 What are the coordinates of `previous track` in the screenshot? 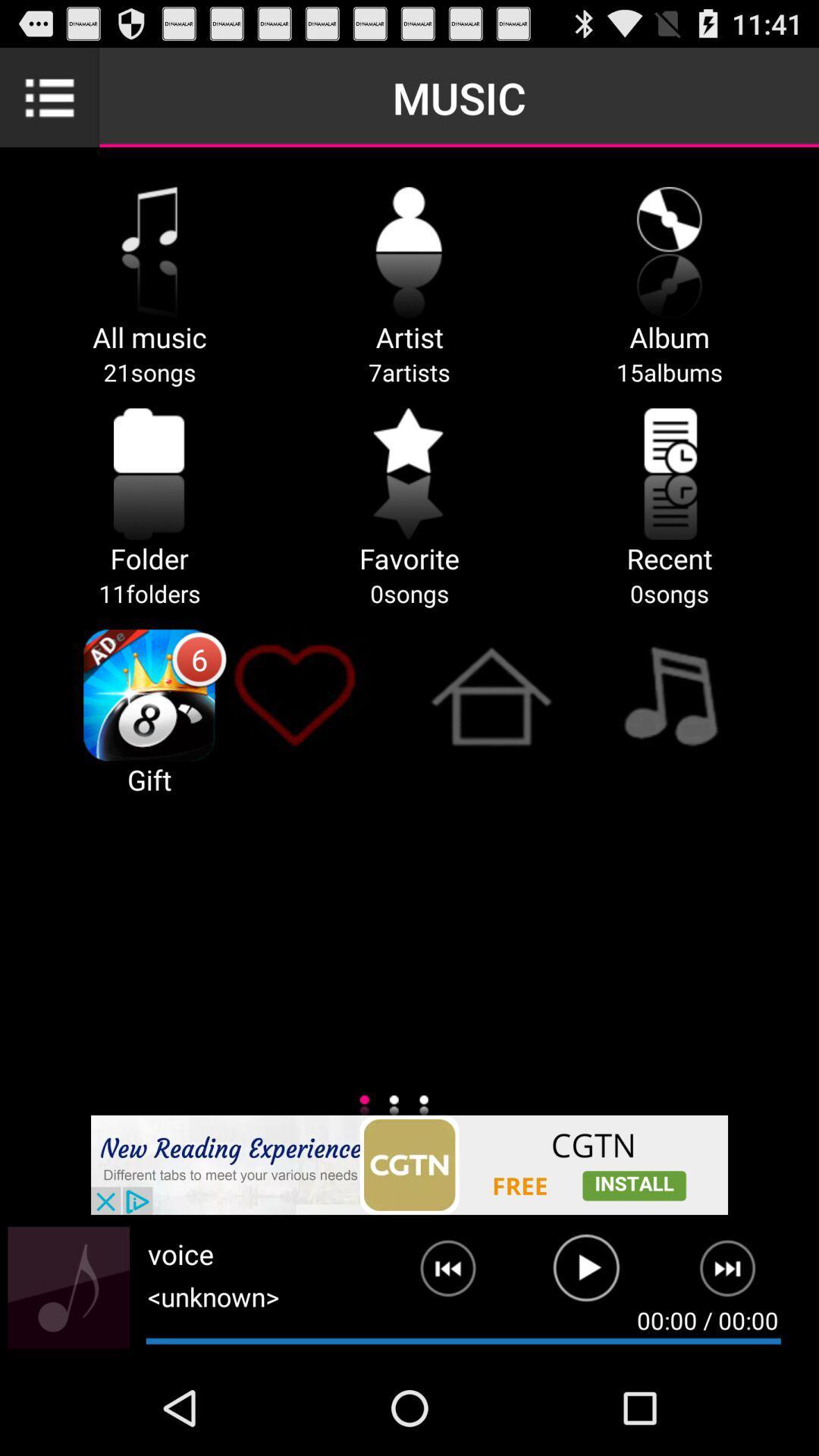 It's located at (436, 1274).